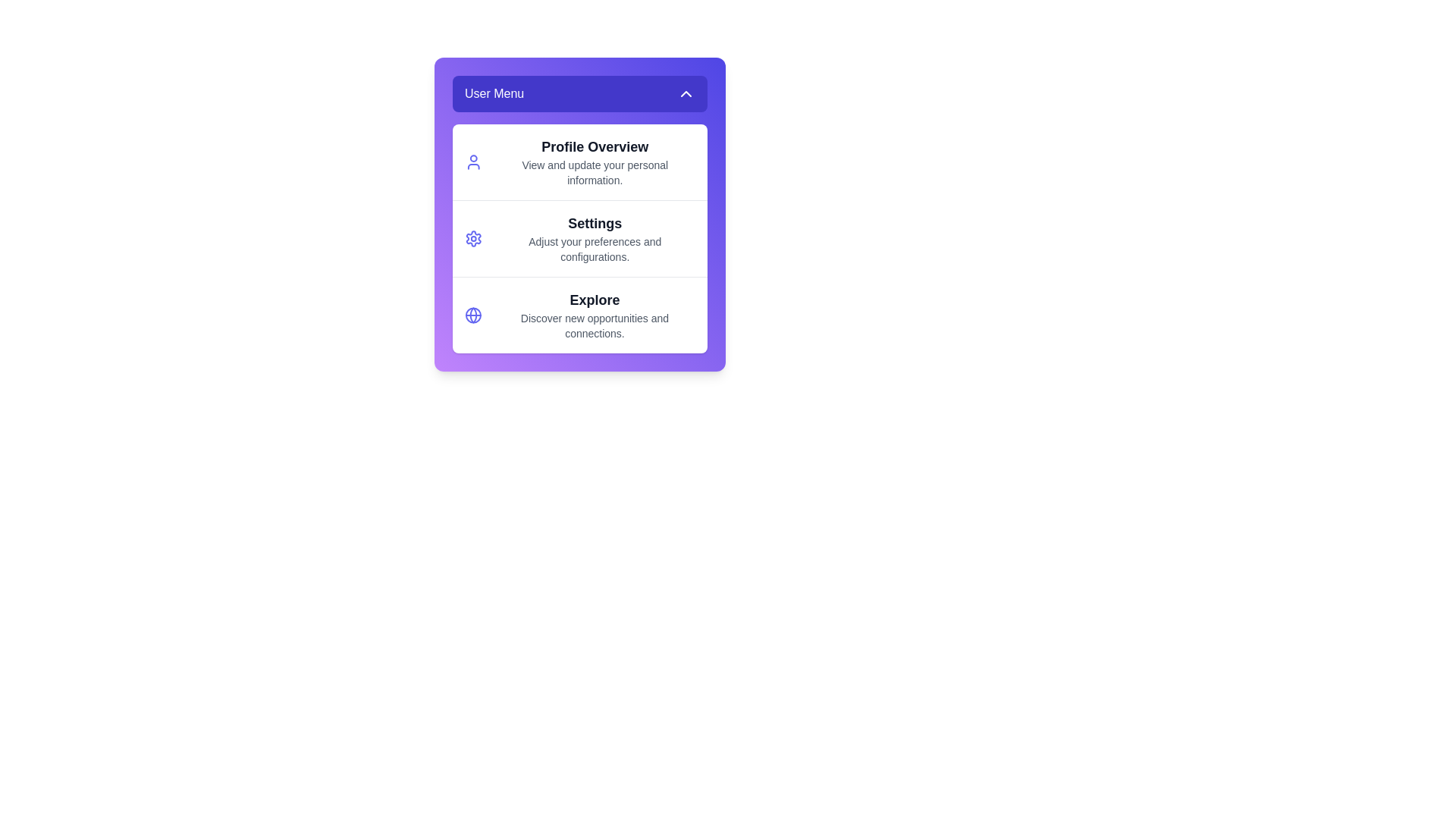 Image resolution: width=1456 pixels, height=819 pixels. Describe the element at coordinates (579, 237) in the screenshot. I see `the second list item with icon and text in the menu, located between 'Profile Overview' and 'Explore'` at that location.